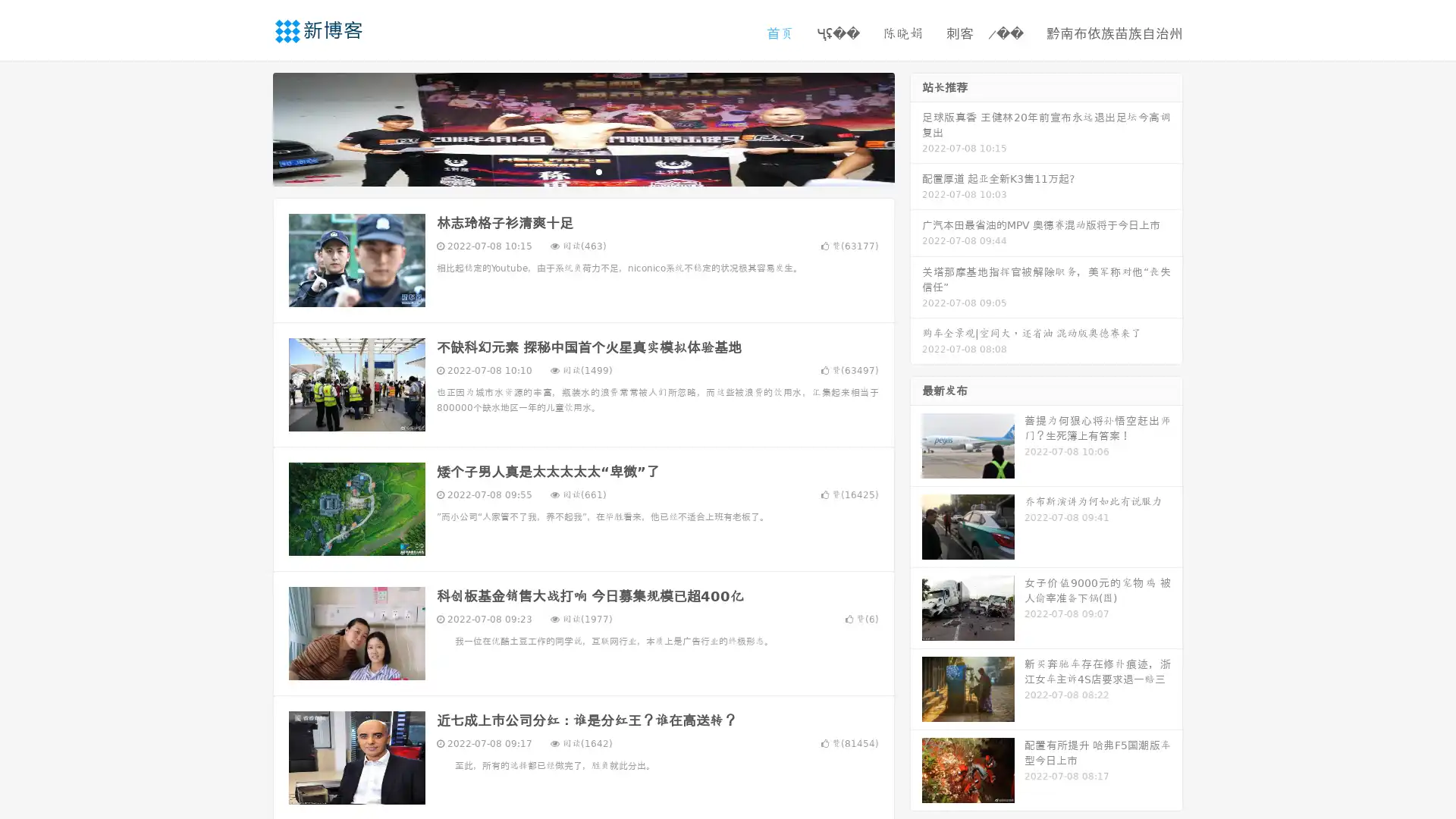 This screenshot has height=819, width=1456. I want to click on Go to slide 3, so click(598, 171).